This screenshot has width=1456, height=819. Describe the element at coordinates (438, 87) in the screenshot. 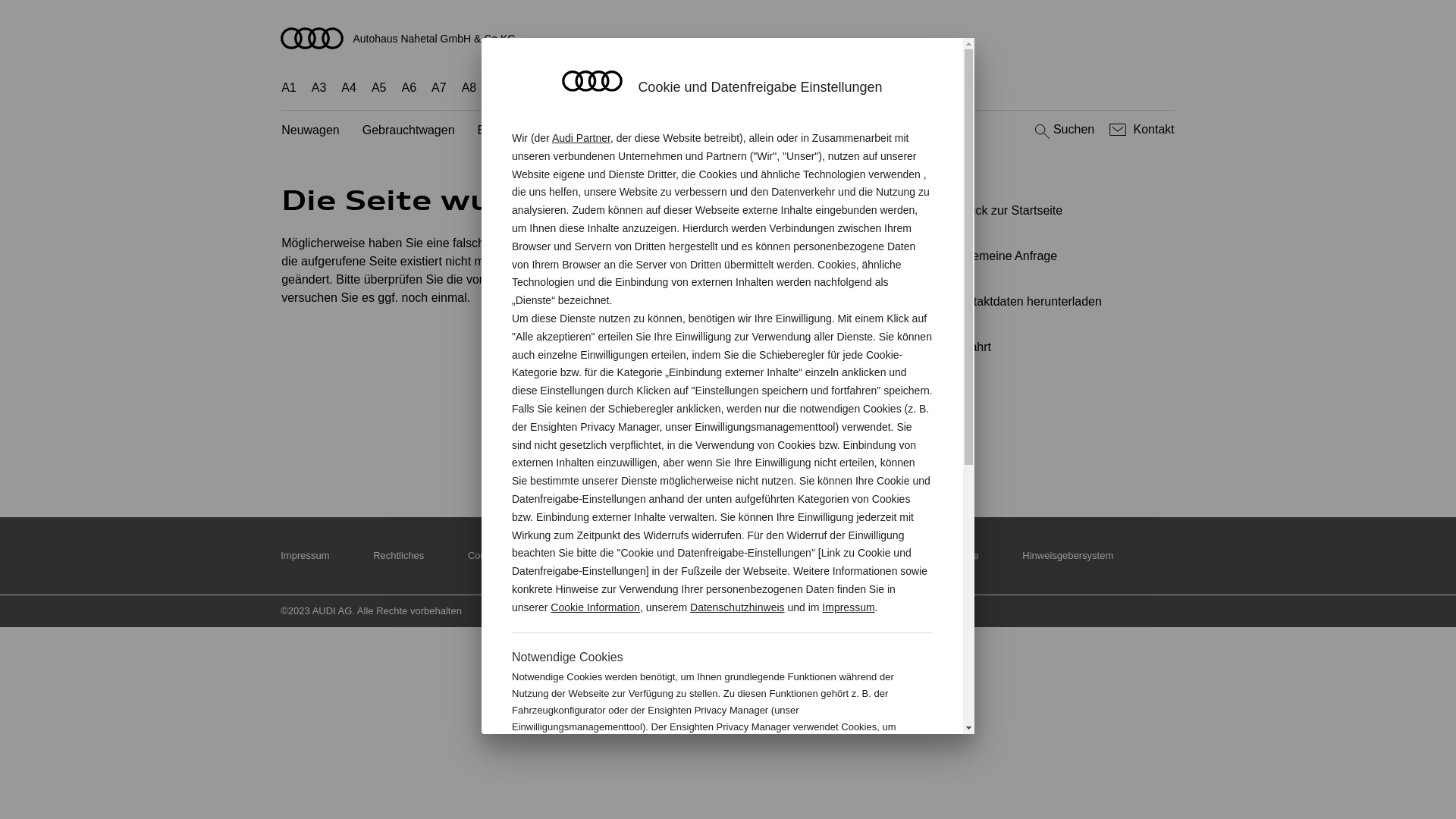

I see `'A7'` at that location.